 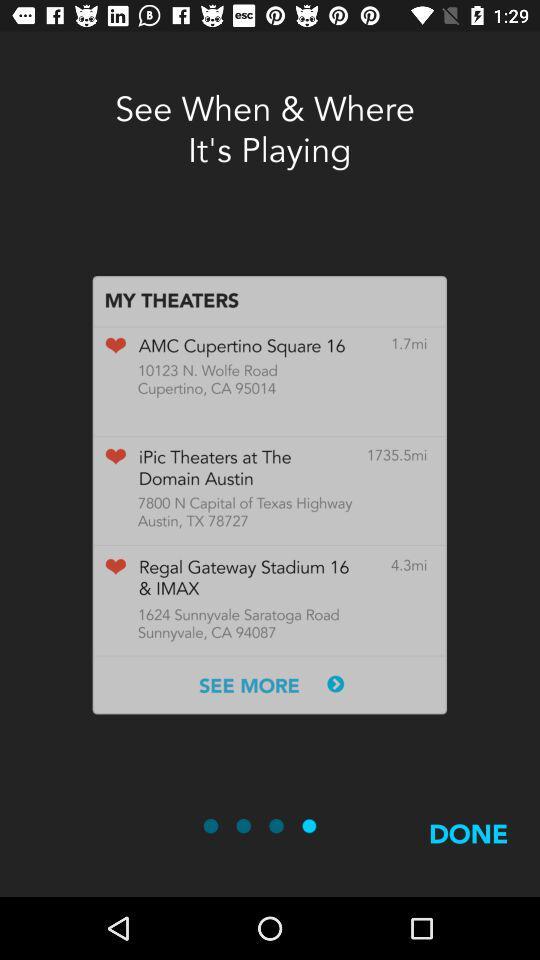 I want to click on item at the bottom right corner, so click(x=468, y=856).